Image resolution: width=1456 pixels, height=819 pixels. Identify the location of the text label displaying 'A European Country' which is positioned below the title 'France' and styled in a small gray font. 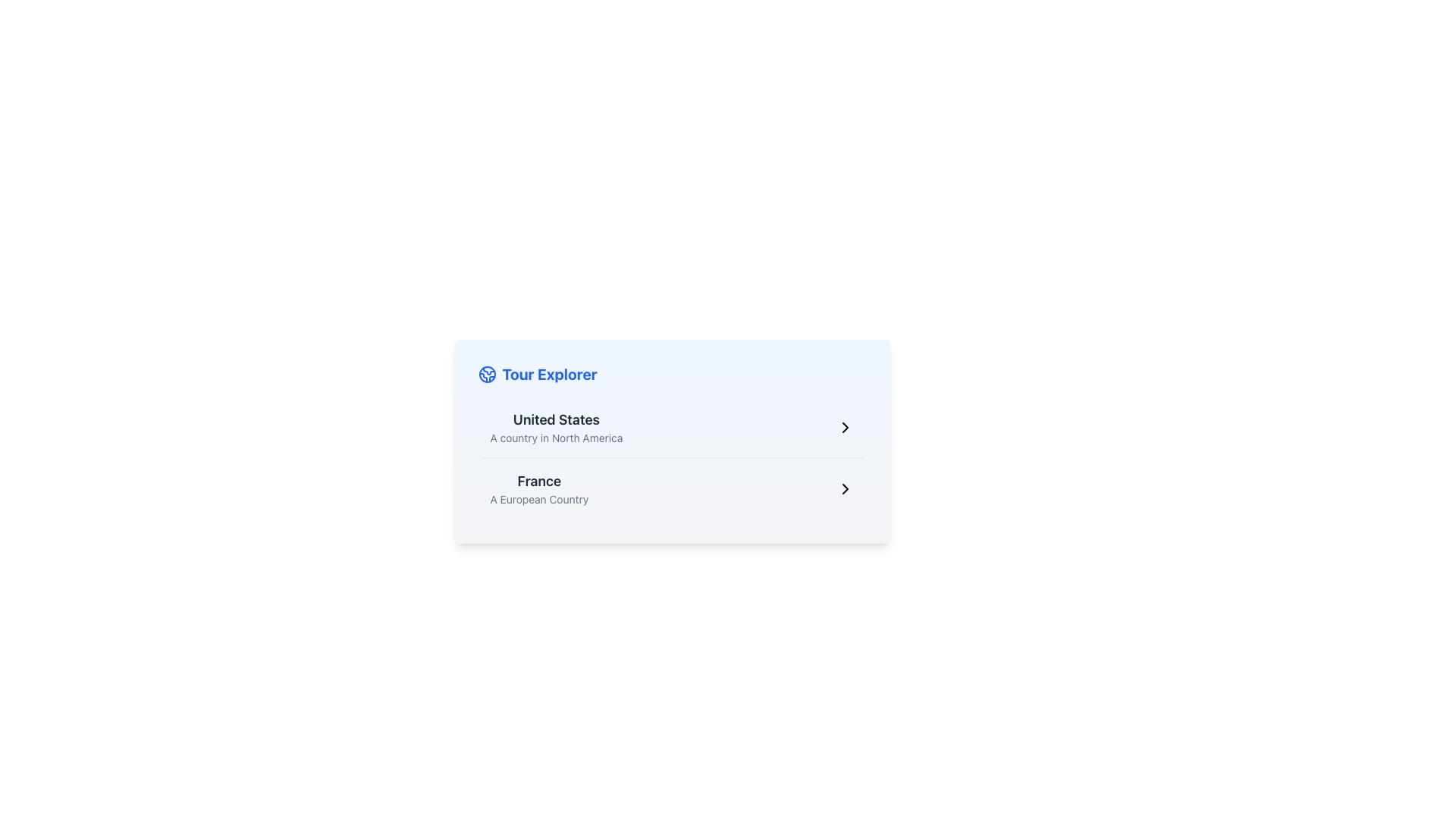
(539, 500).